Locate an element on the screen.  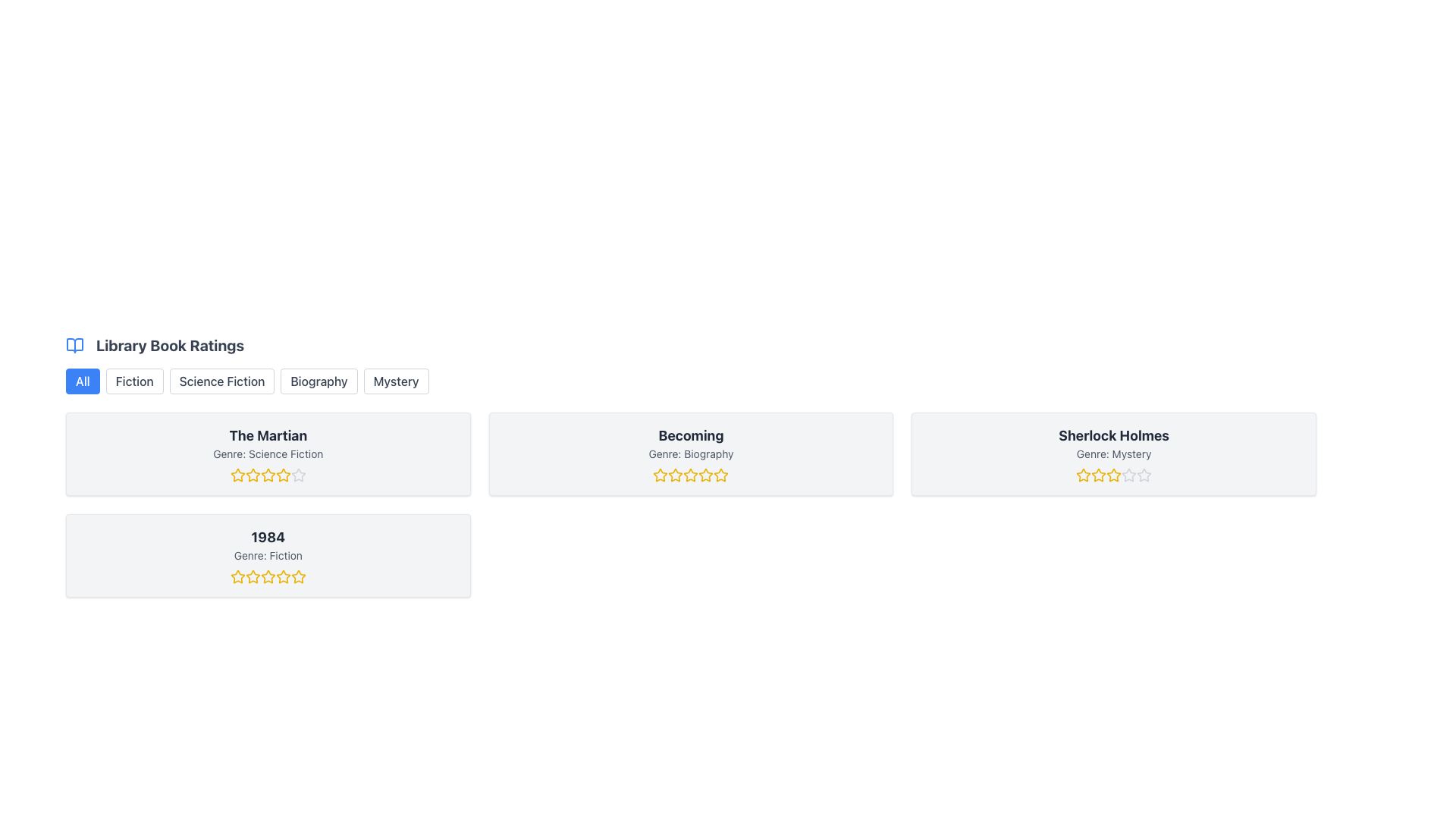
the third star icon in the five-star rating row for the book '1984', which has a yellow outline and hollow center is located at coordinates (298, 576).